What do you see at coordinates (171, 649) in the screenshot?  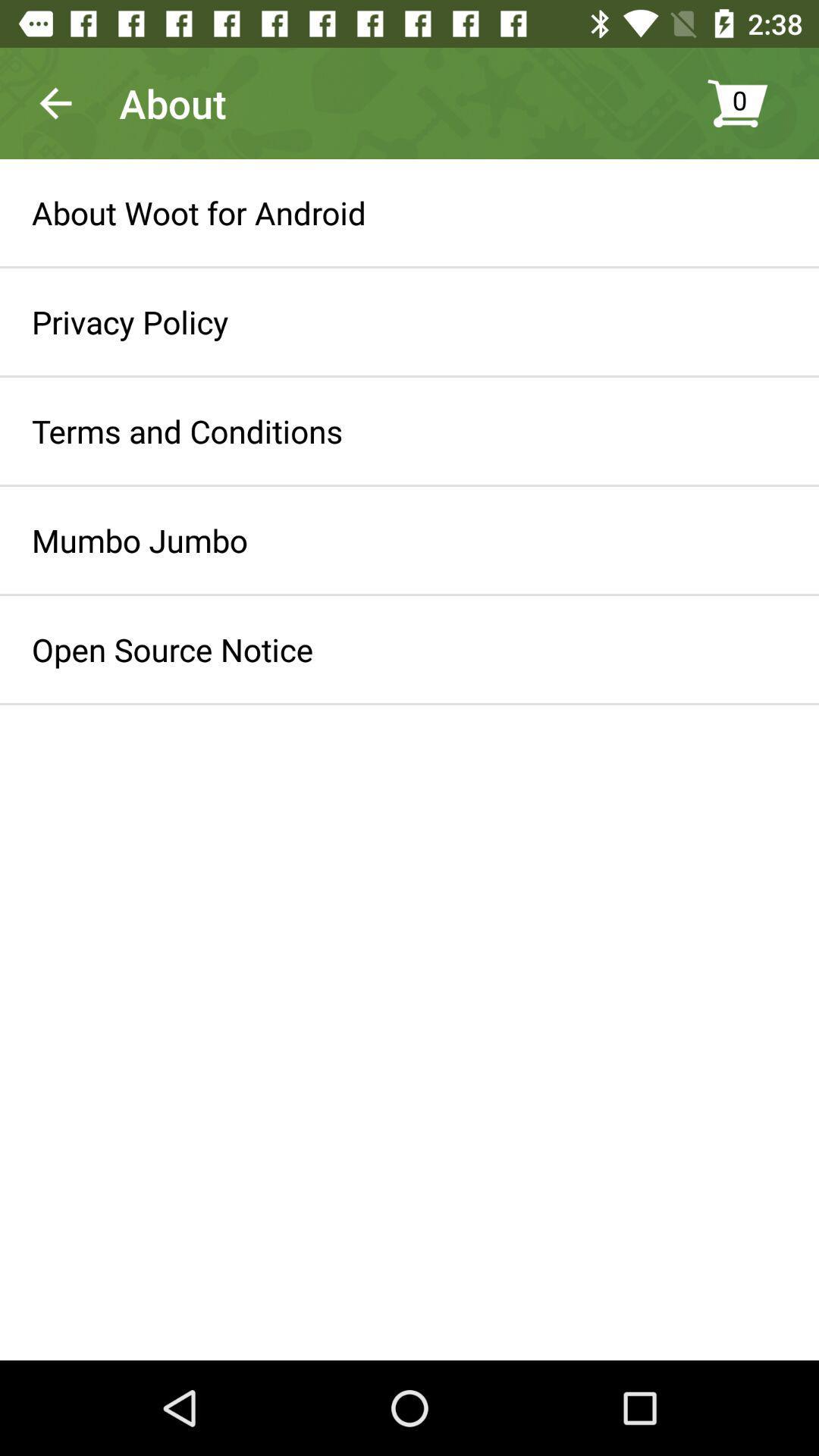 I see `icon below mumbo jumbo item` at bounding box center [171, 649].